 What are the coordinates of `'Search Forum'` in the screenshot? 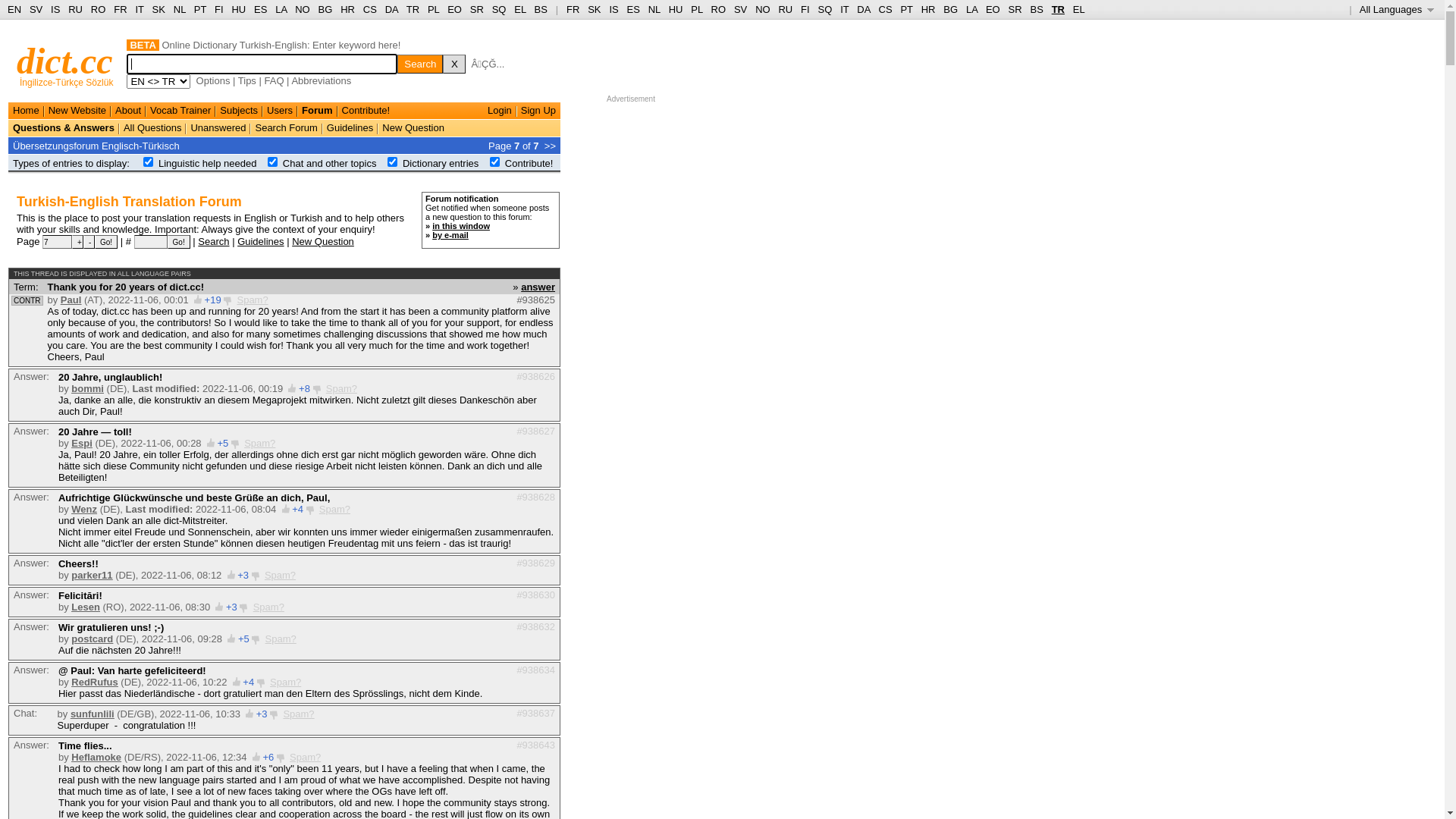 It's located at (286, 127).